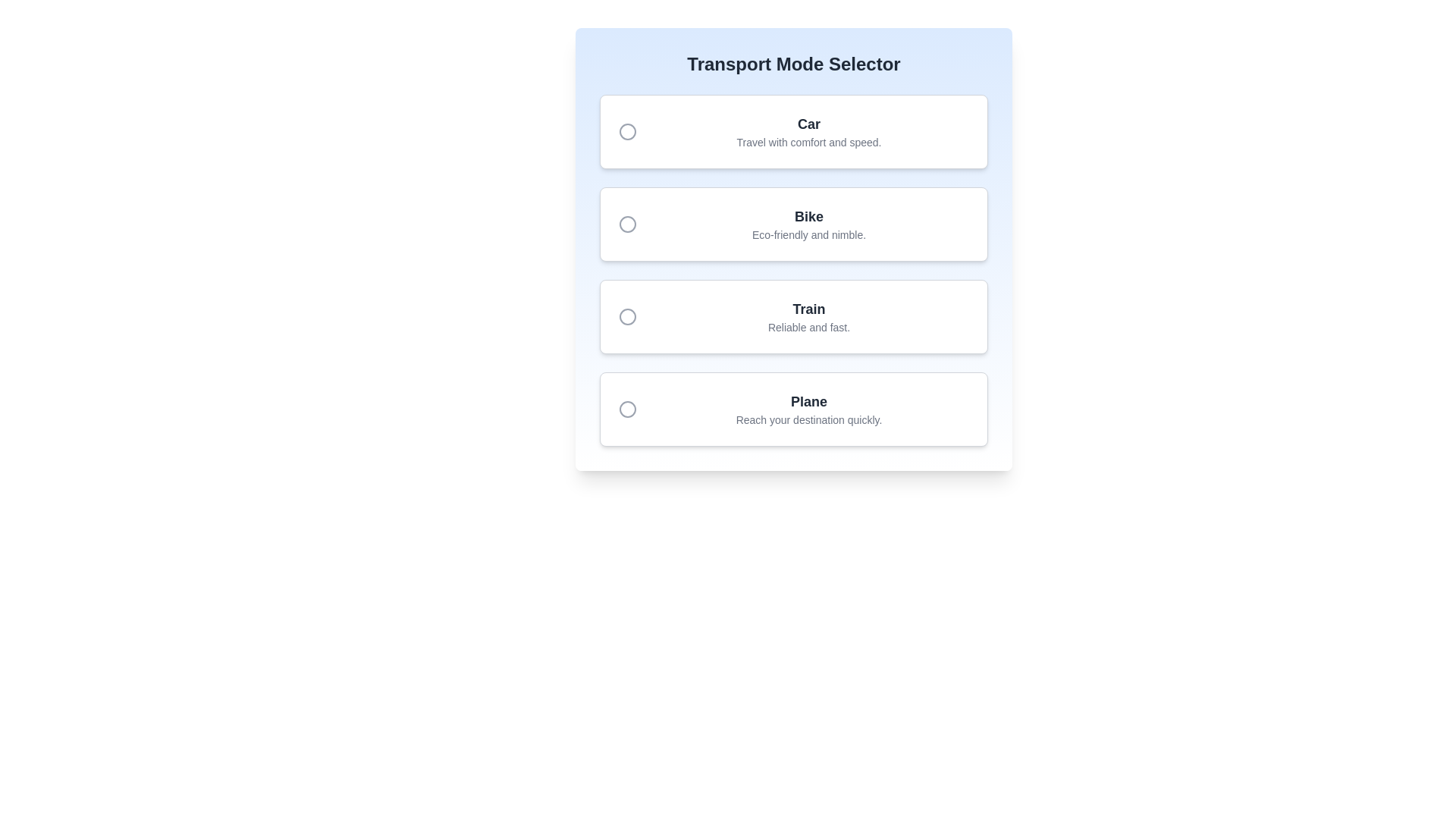 This screenshot has width=1456, height=819. Describe the element at coordinates (628, 409) in the screenshot. I see `the Circular icon (SVG) located to the left of the 'Plane' text in the 'Transport Mode Selector' interface` at that location.